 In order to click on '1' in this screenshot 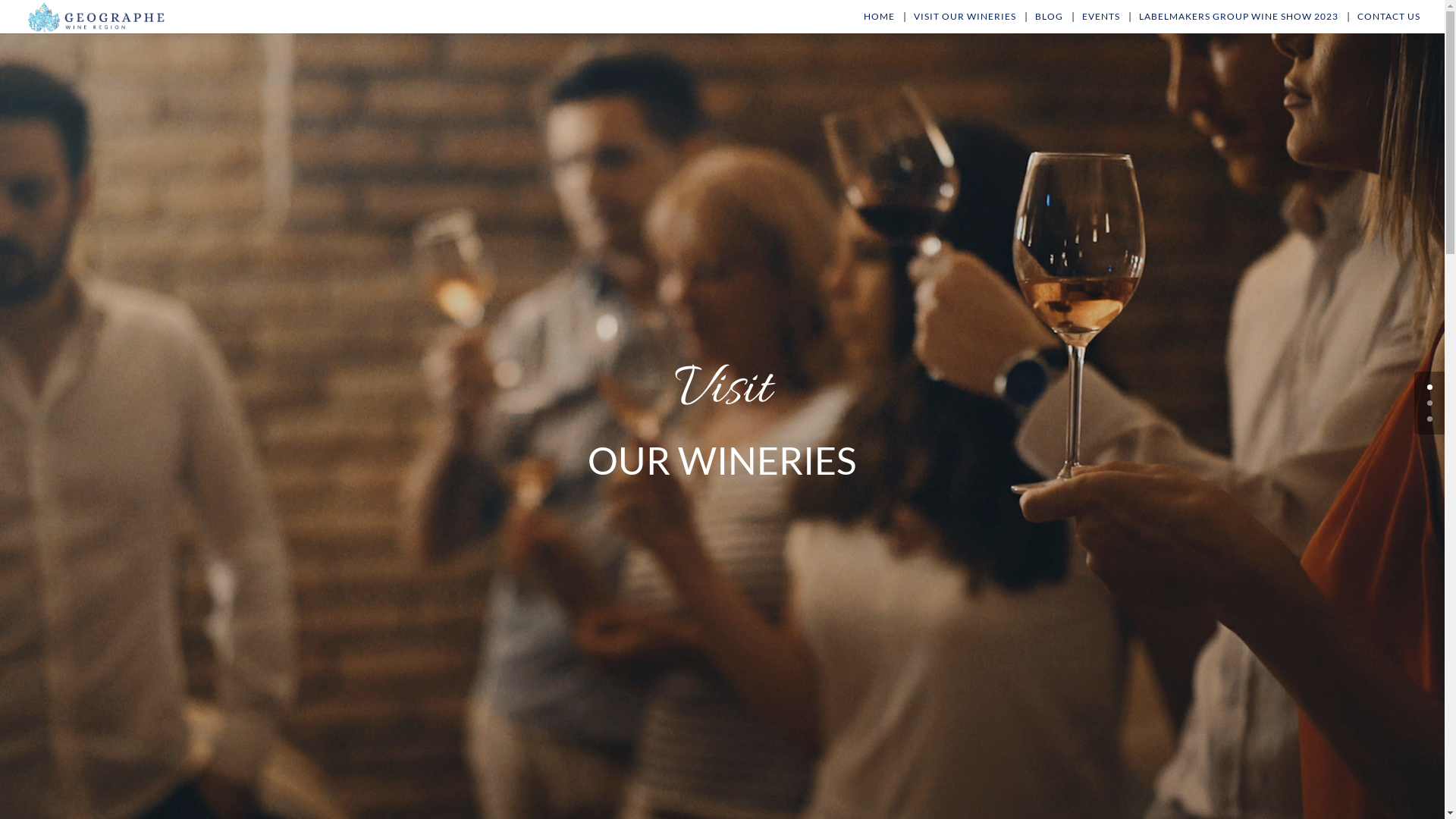, I will do `click(1426, 402)`.